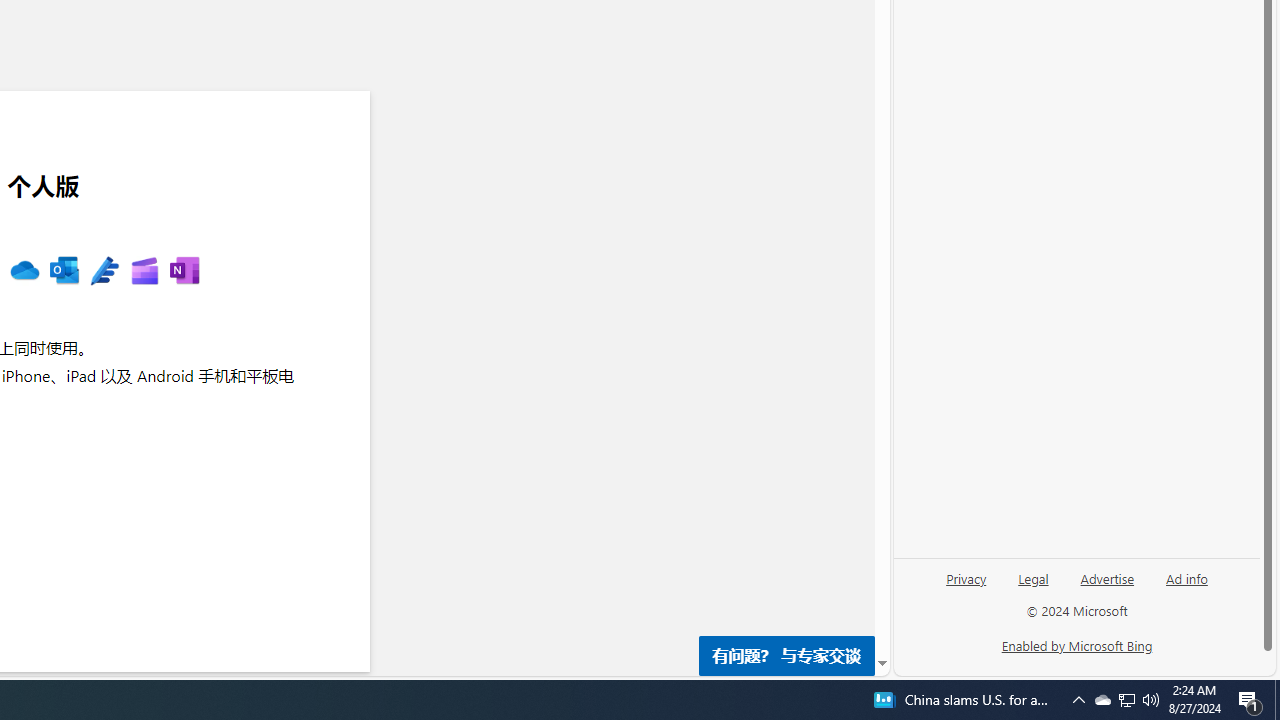  Describe the element at coordinates (143, 271) in the screenshot. I see `'MS Clipchamp'` at that location.